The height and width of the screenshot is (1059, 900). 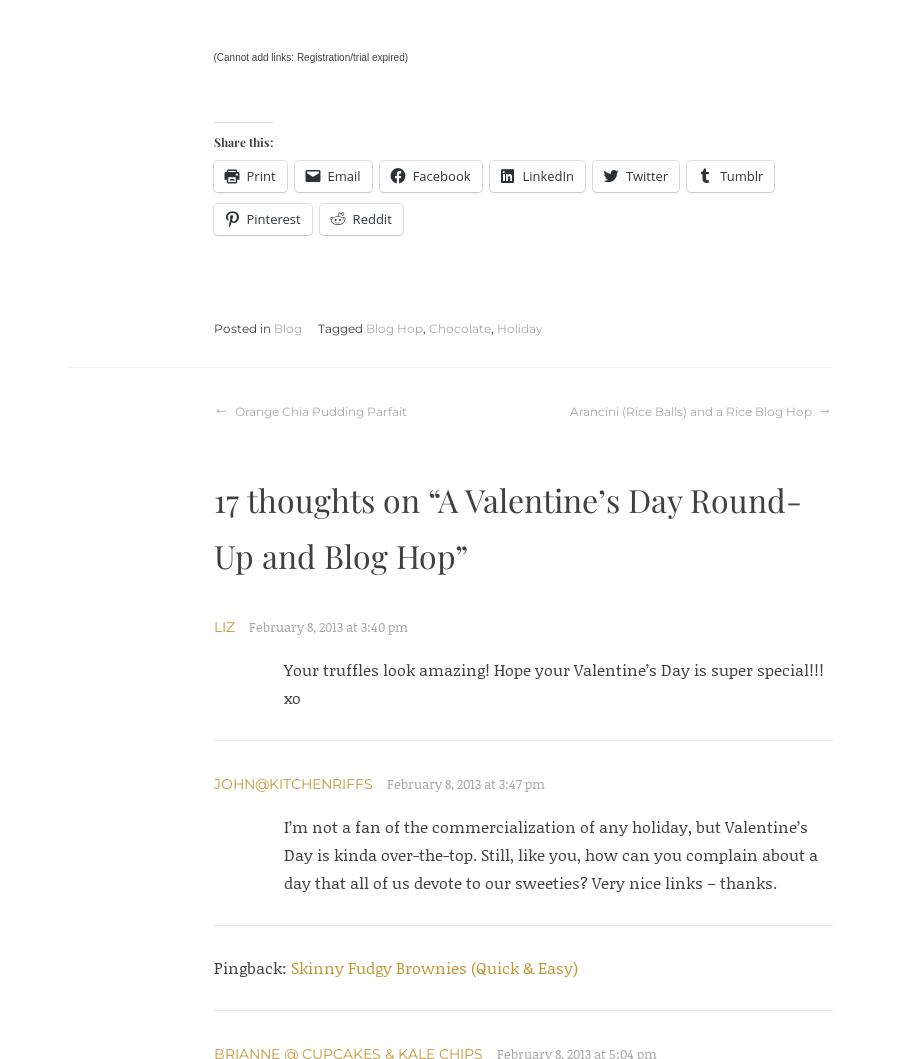 What do you see at coordinates (551, 683) in the screenshot?
I see `'Your truffles look amazing! Hope your Valentine’s Day is super special!!! xo'` at bounding box center [551, 683].